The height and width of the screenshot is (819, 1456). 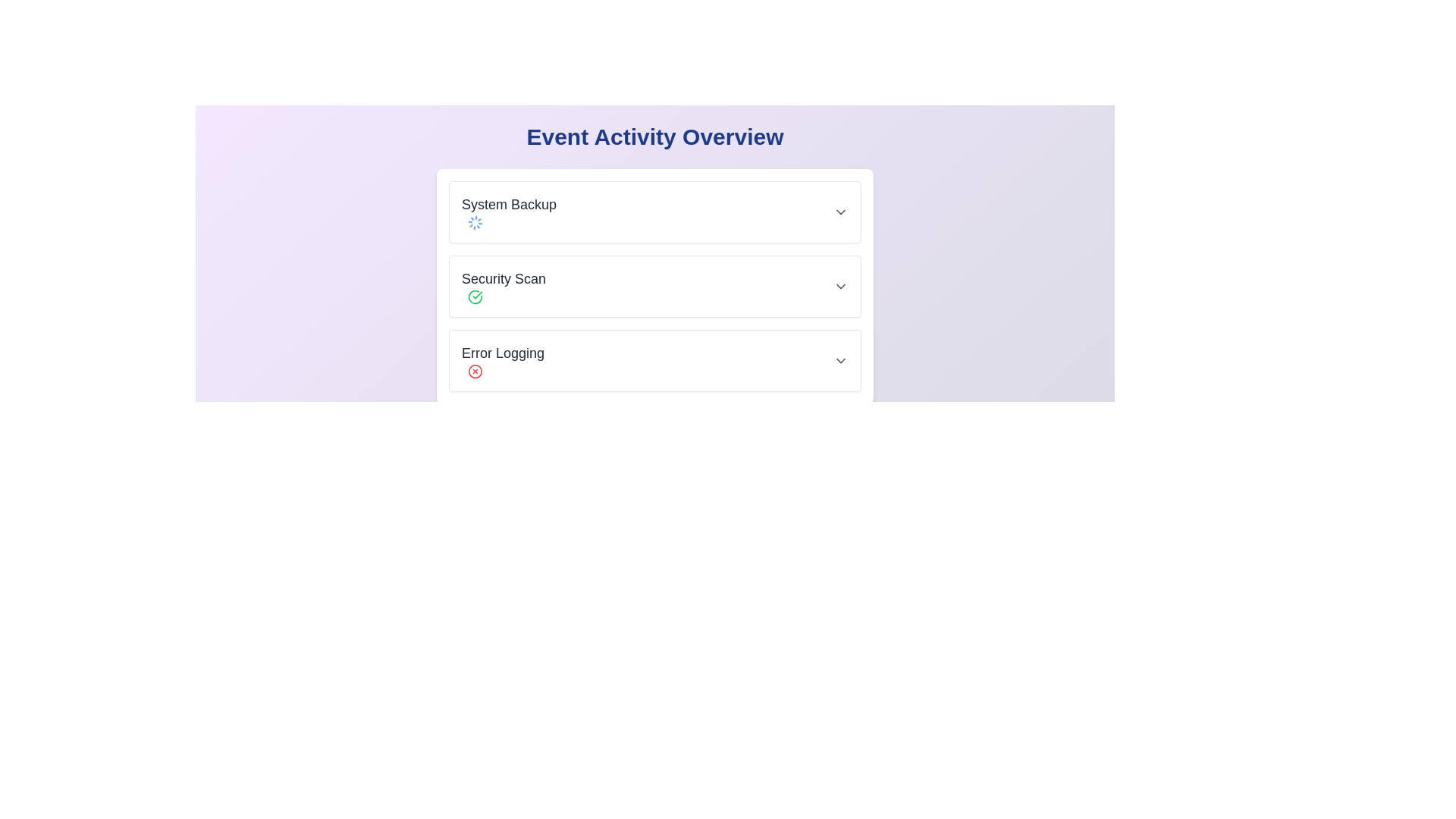 I want to click on the loading indicator icon located in the 'System Backup' section, which is positioned slightly to the right of the title text 'System Backup', so click(x=475, y=222).